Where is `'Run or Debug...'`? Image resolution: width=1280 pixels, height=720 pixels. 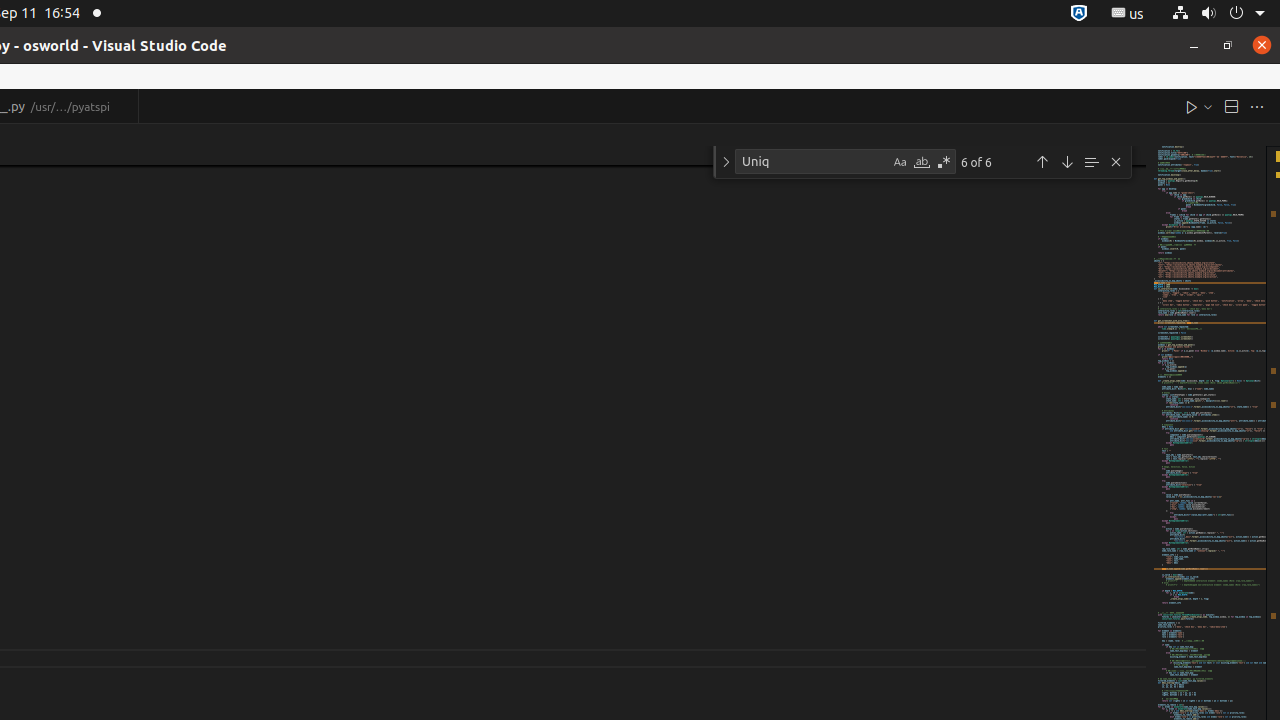
'Run or Debug...' is located at coordinates (1206, 106).